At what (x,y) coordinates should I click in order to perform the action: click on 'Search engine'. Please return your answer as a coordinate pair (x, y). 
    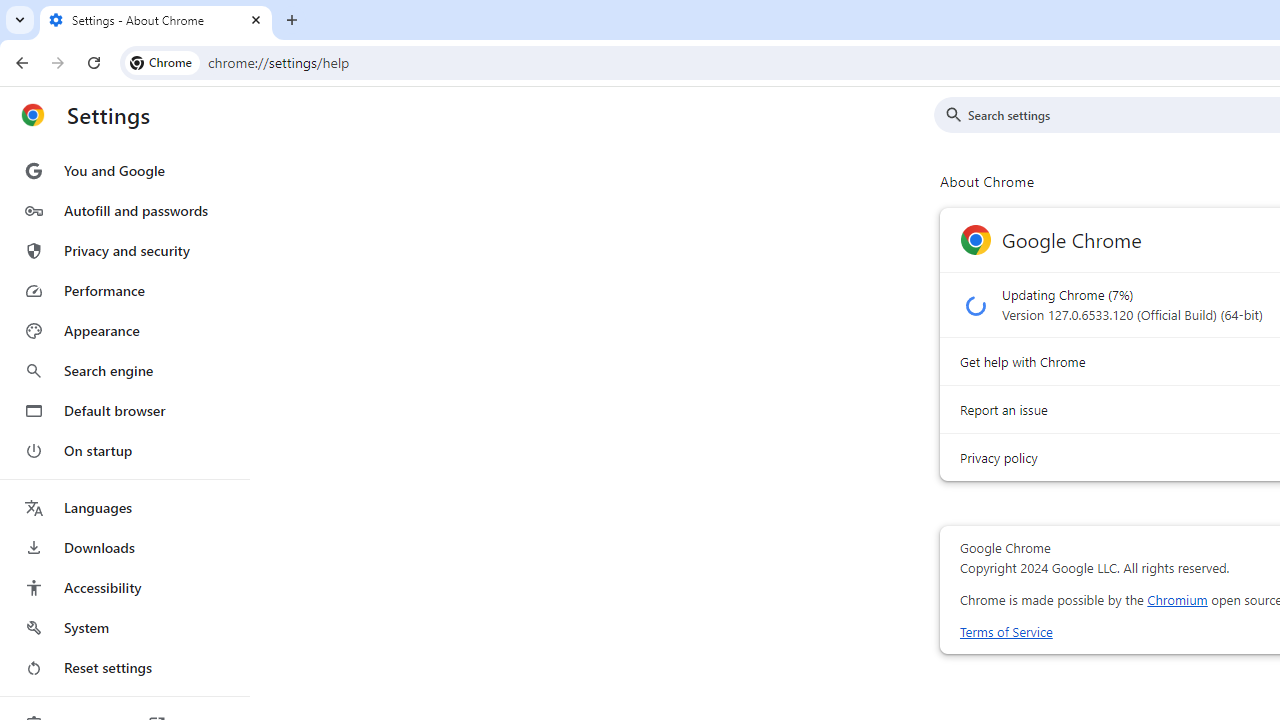
    Looking at the image, I should click on (123, 371).